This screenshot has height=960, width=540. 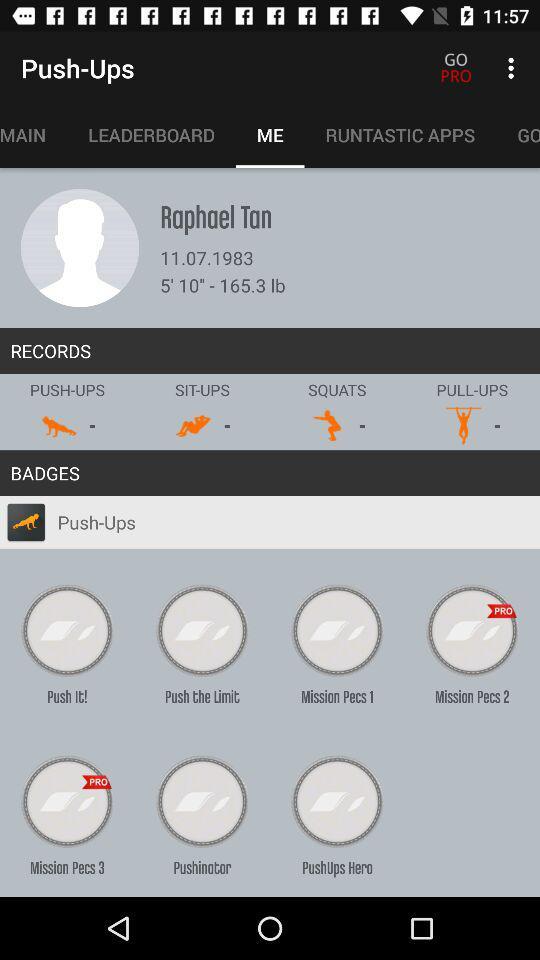 What do you see at coordinates (79, 247) in the screenshot?
I see `change profile picture` at bounding box center [79, 247].